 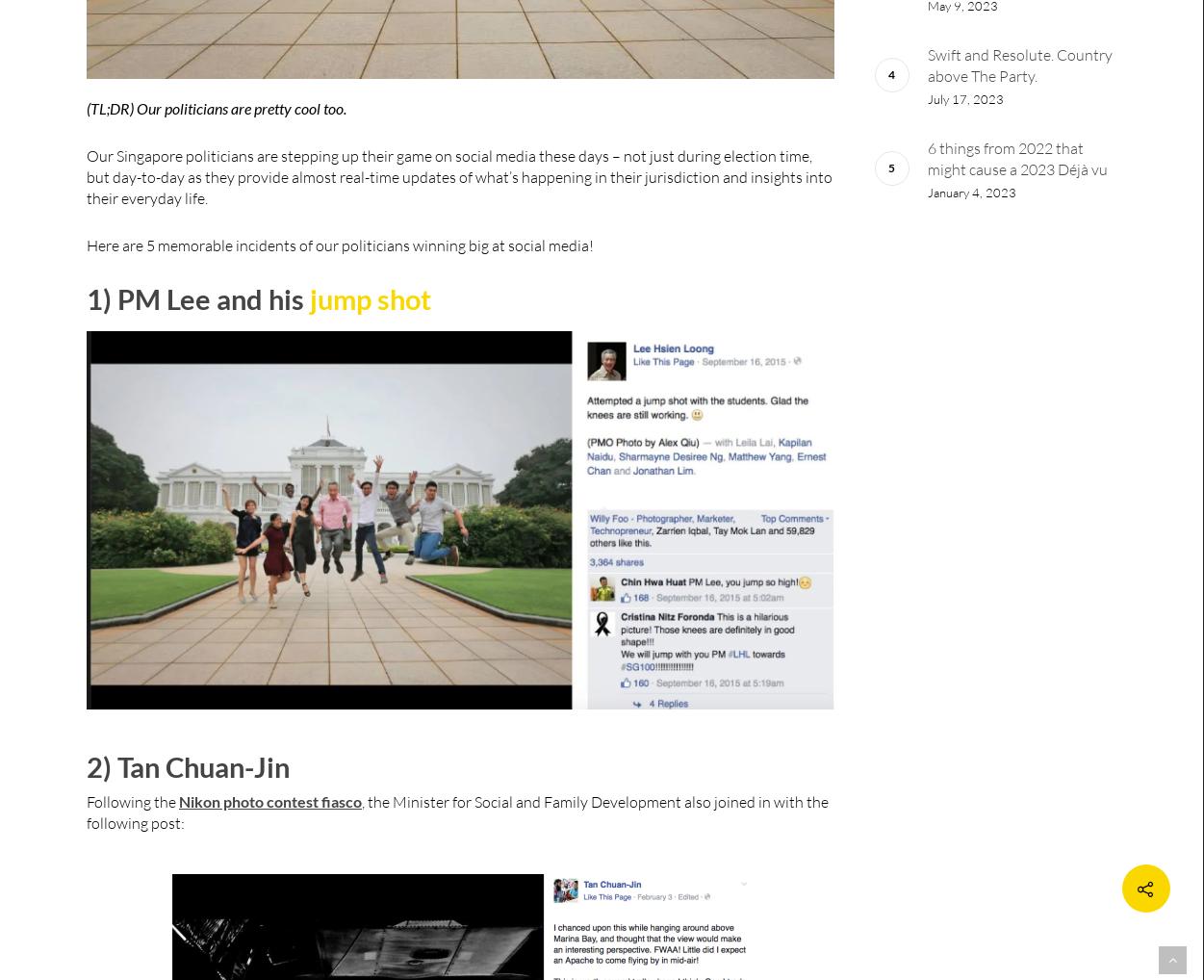 What do you see at coordinates (1015, 159) in the screenshot?
I see `'6 things from 2022 that might cause a 2023 Déjà vu'` at bounding box center [1015, 159].